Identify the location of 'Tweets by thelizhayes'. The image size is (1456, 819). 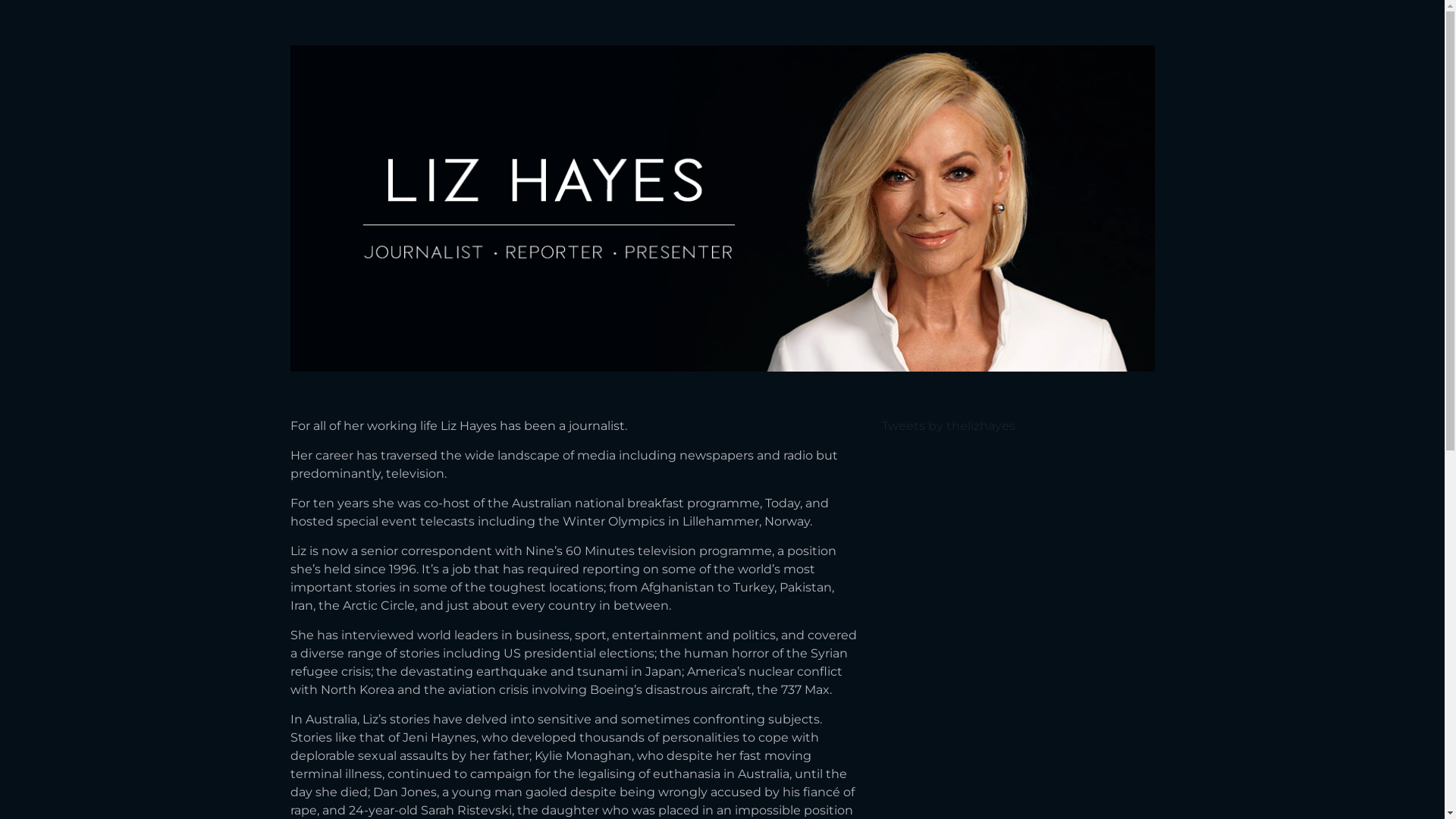
(946, 425).